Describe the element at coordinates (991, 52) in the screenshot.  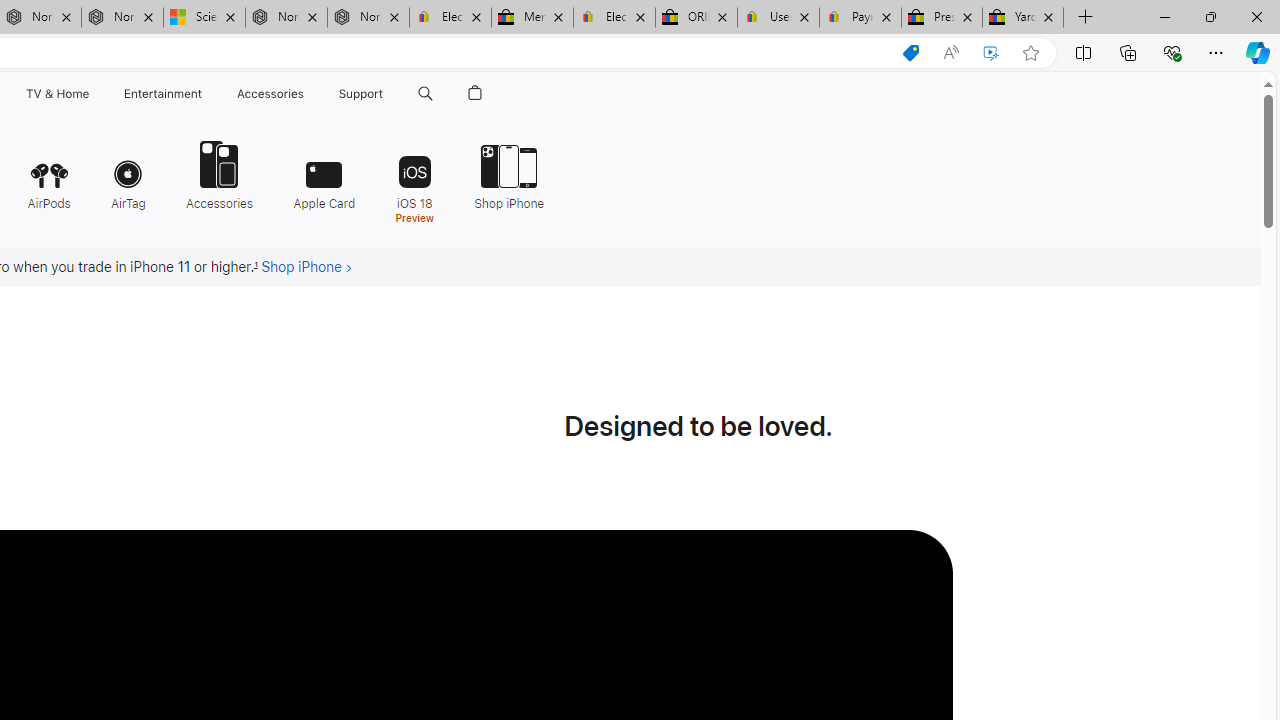
I see `'Enhance video'` at that location.